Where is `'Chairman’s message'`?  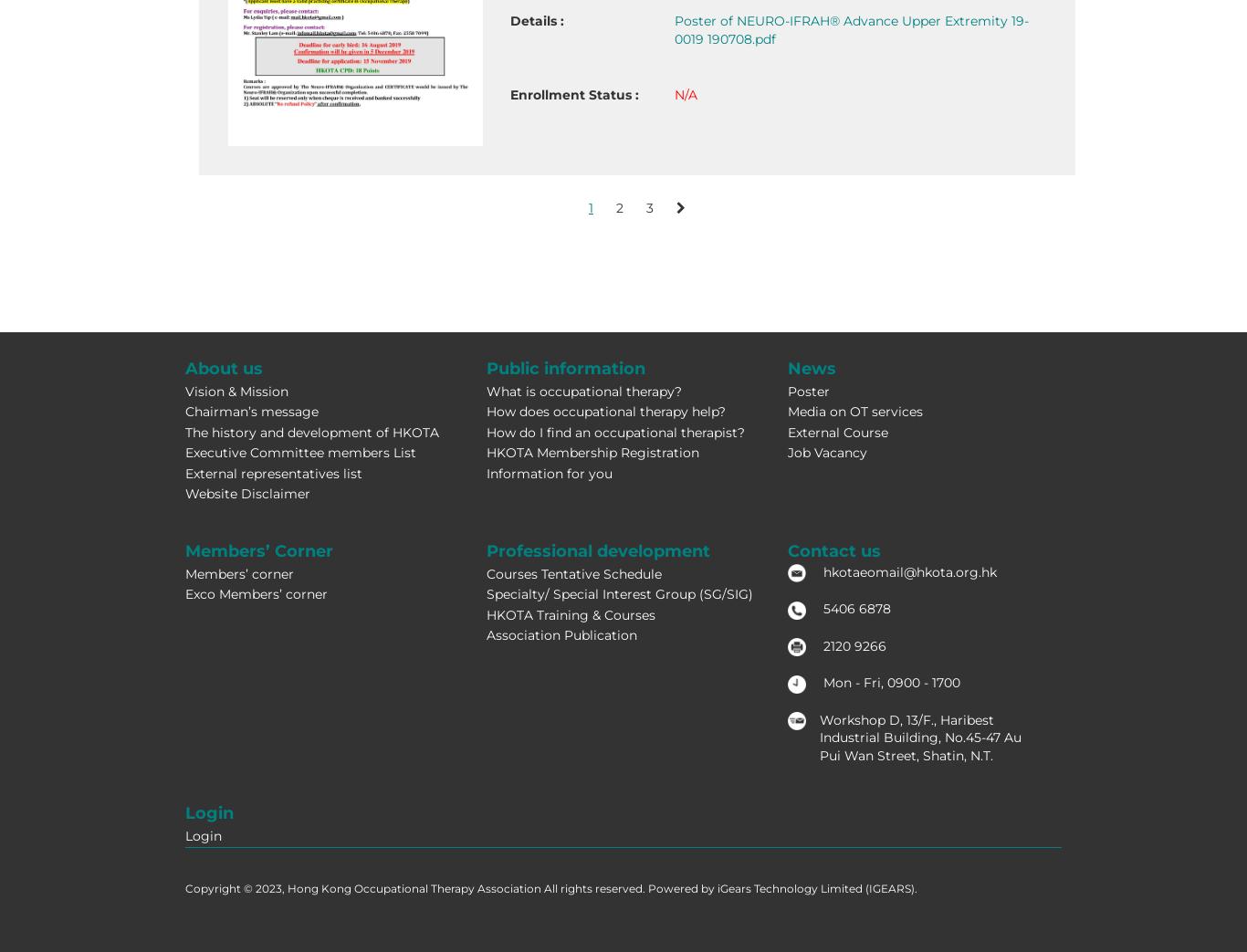 'Chairman’s message' is located at coordinates (251, 410).